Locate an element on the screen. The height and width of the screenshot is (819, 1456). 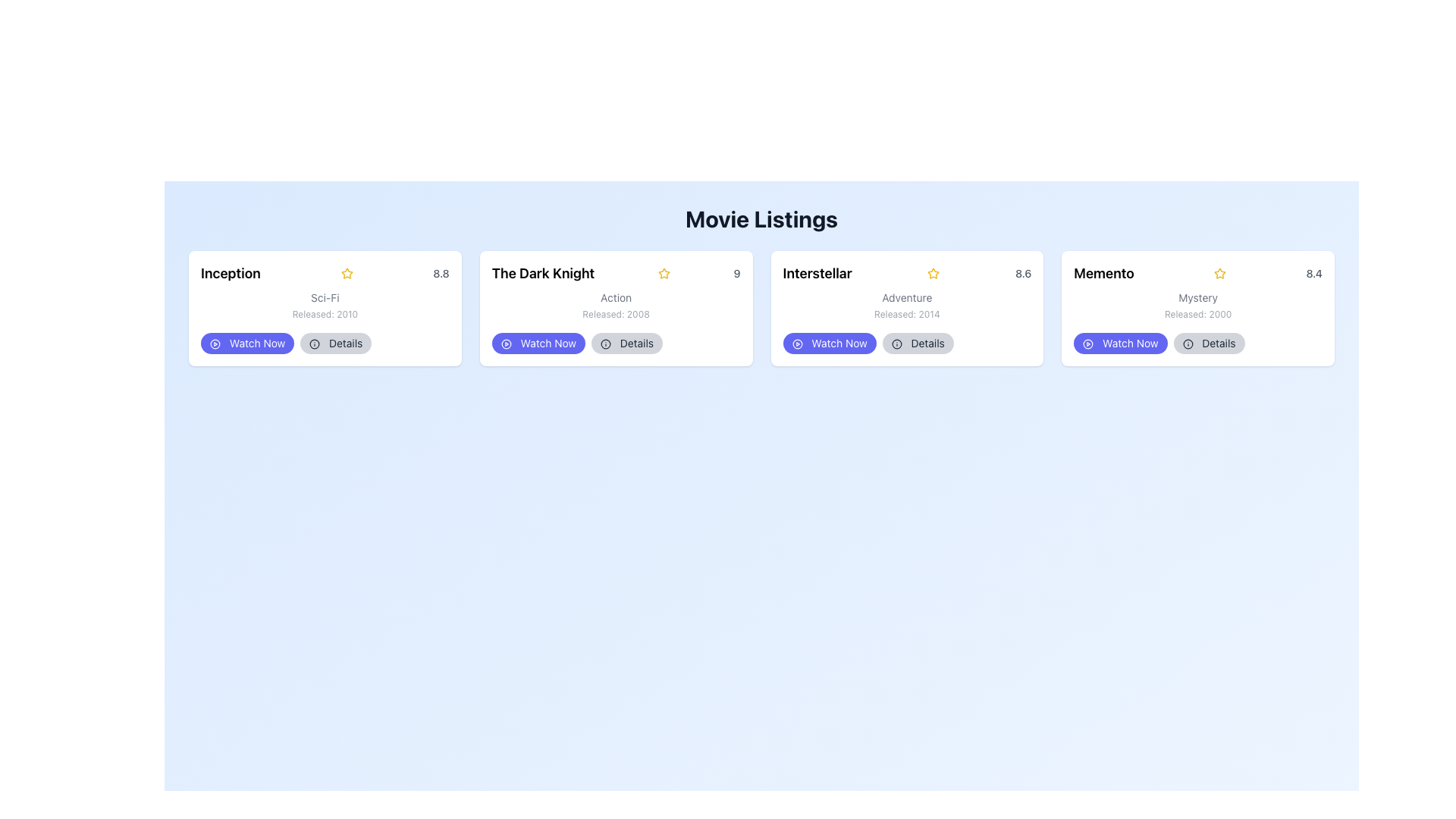
the text label displaying '8.8' in gray color, located at the far-right end of the Inception movie card is located at coordinates (441, 274).